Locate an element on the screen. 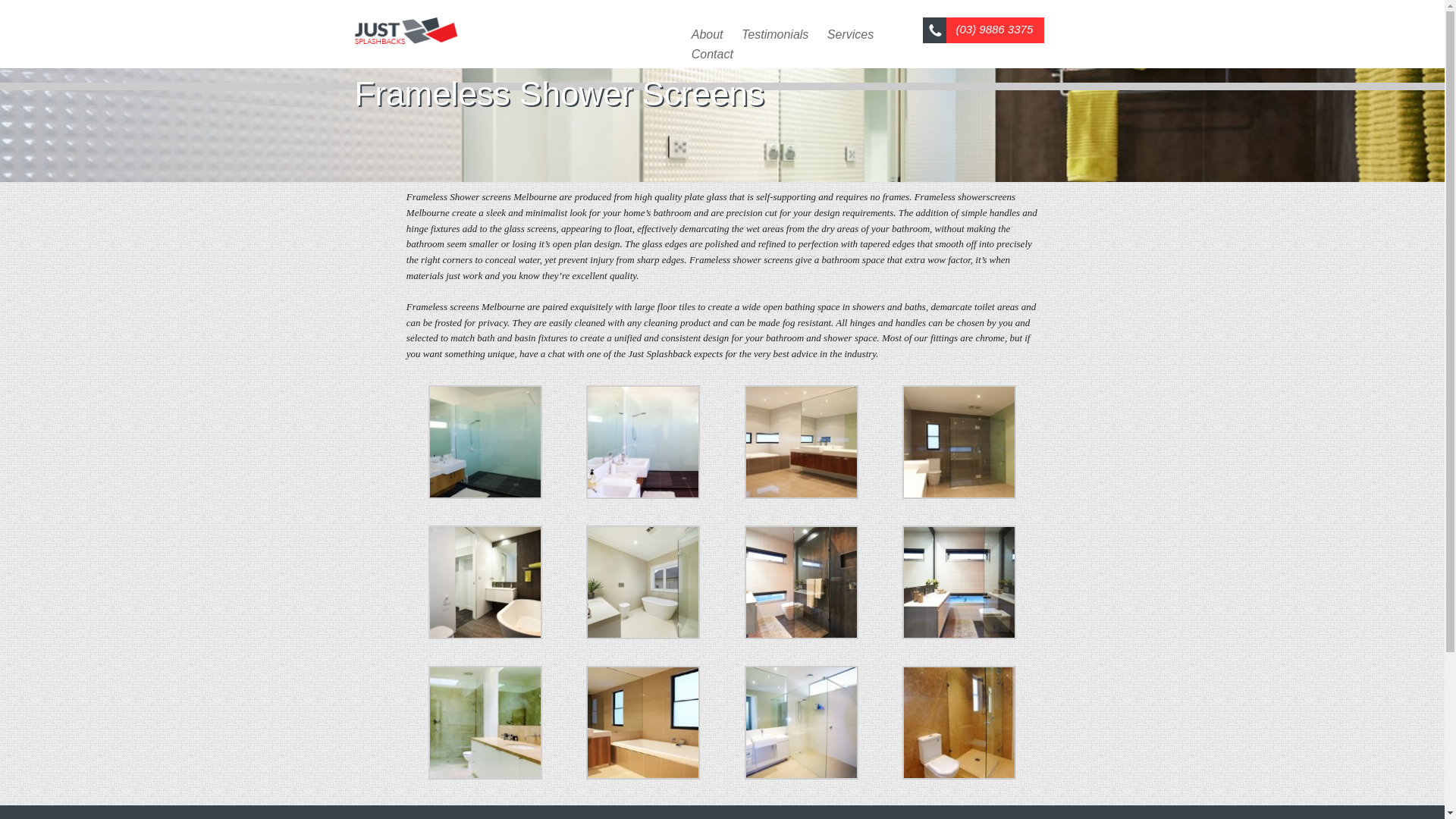 This screenshot has width=1456, height=819. 'Just Splashbacks' is located at coordinates (406, 26).